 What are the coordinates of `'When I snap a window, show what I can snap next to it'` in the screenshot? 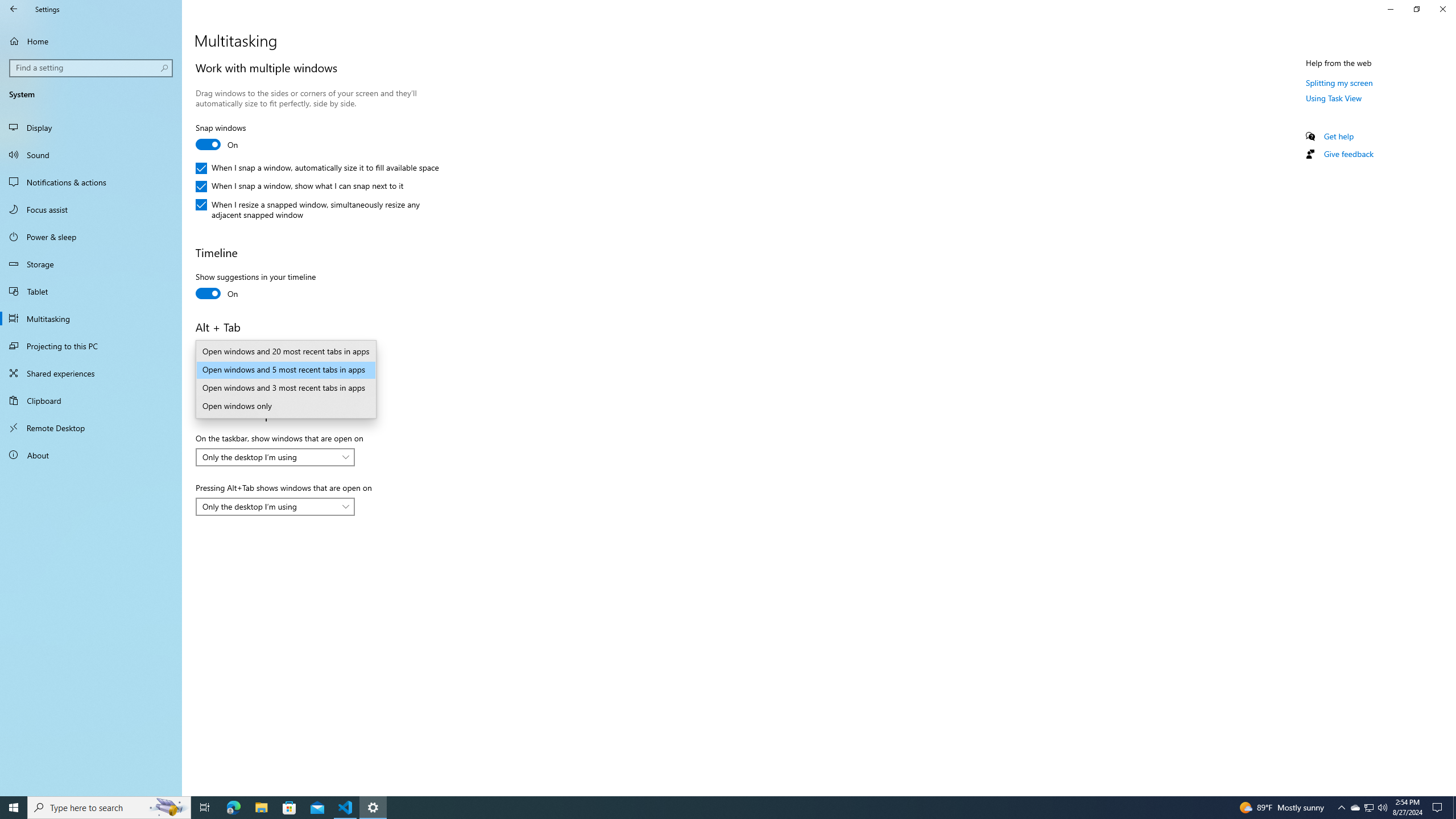 It's located at (299, 187).